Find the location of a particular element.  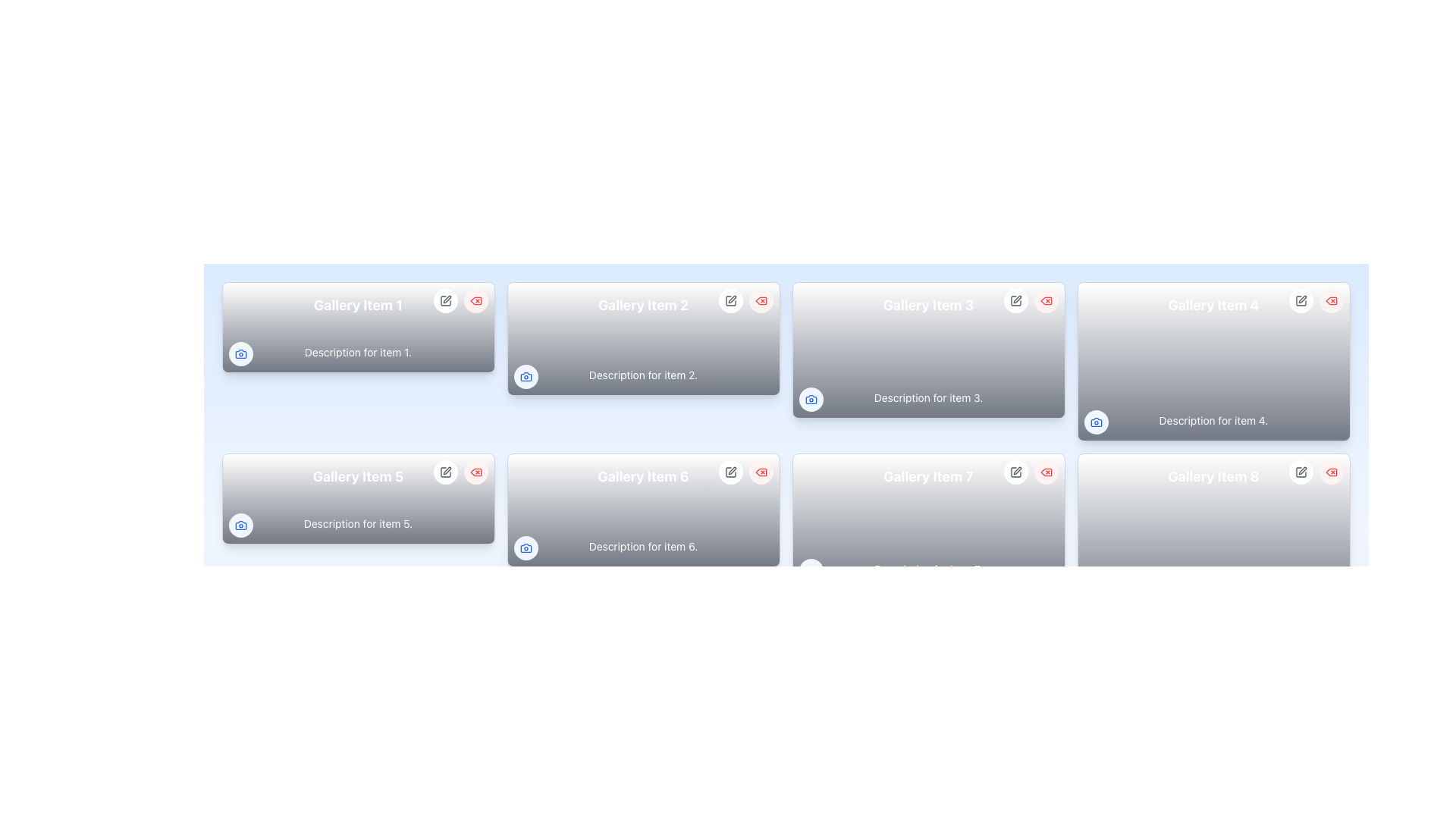

the delete button located at the top-right corner of the 'Gallery Item 5' card is located at coordinates (475, 472).